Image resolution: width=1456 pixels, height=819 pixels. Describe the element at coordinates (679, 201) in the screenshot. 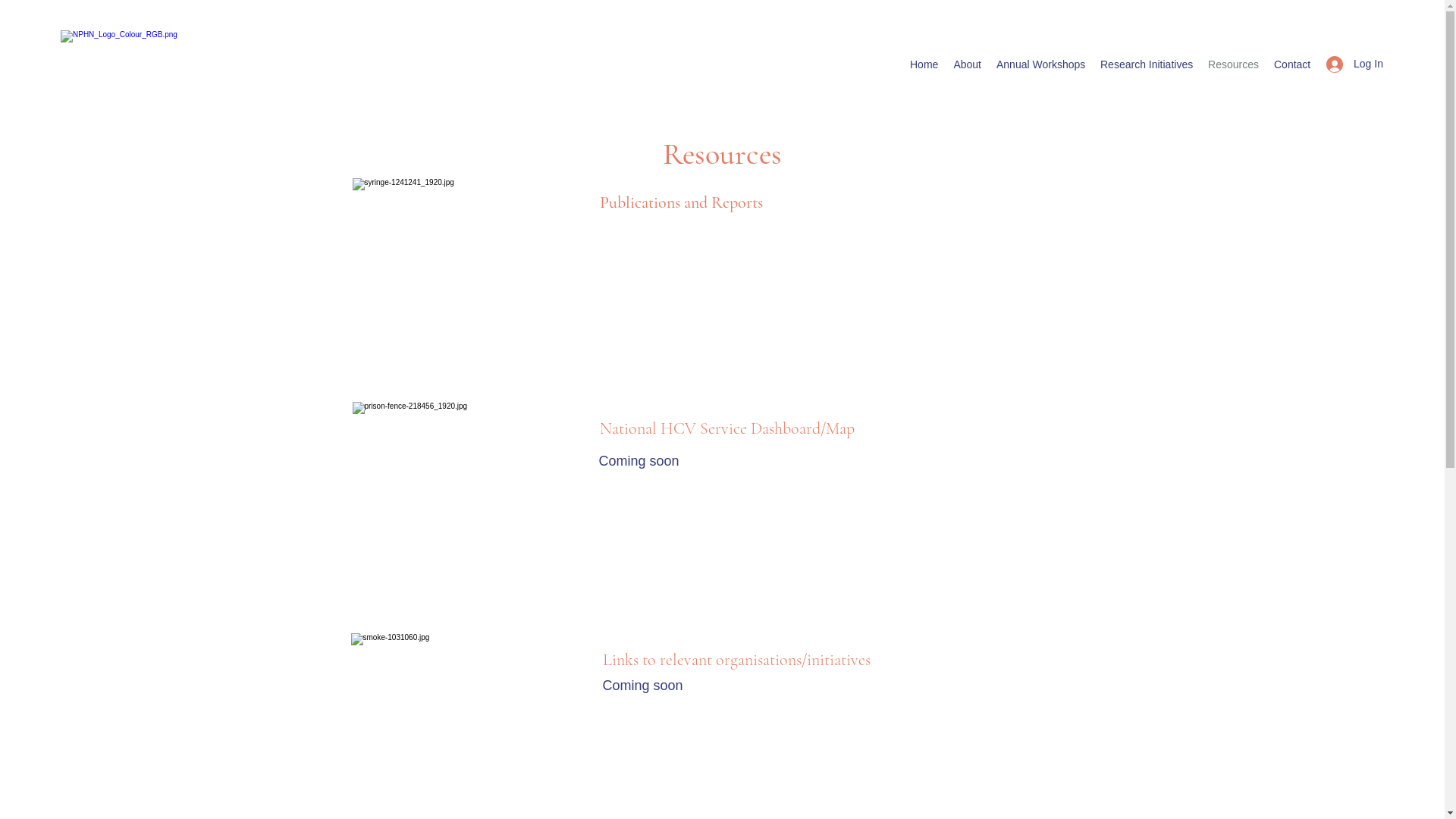

I see `'Publications and Reports'` at that location.